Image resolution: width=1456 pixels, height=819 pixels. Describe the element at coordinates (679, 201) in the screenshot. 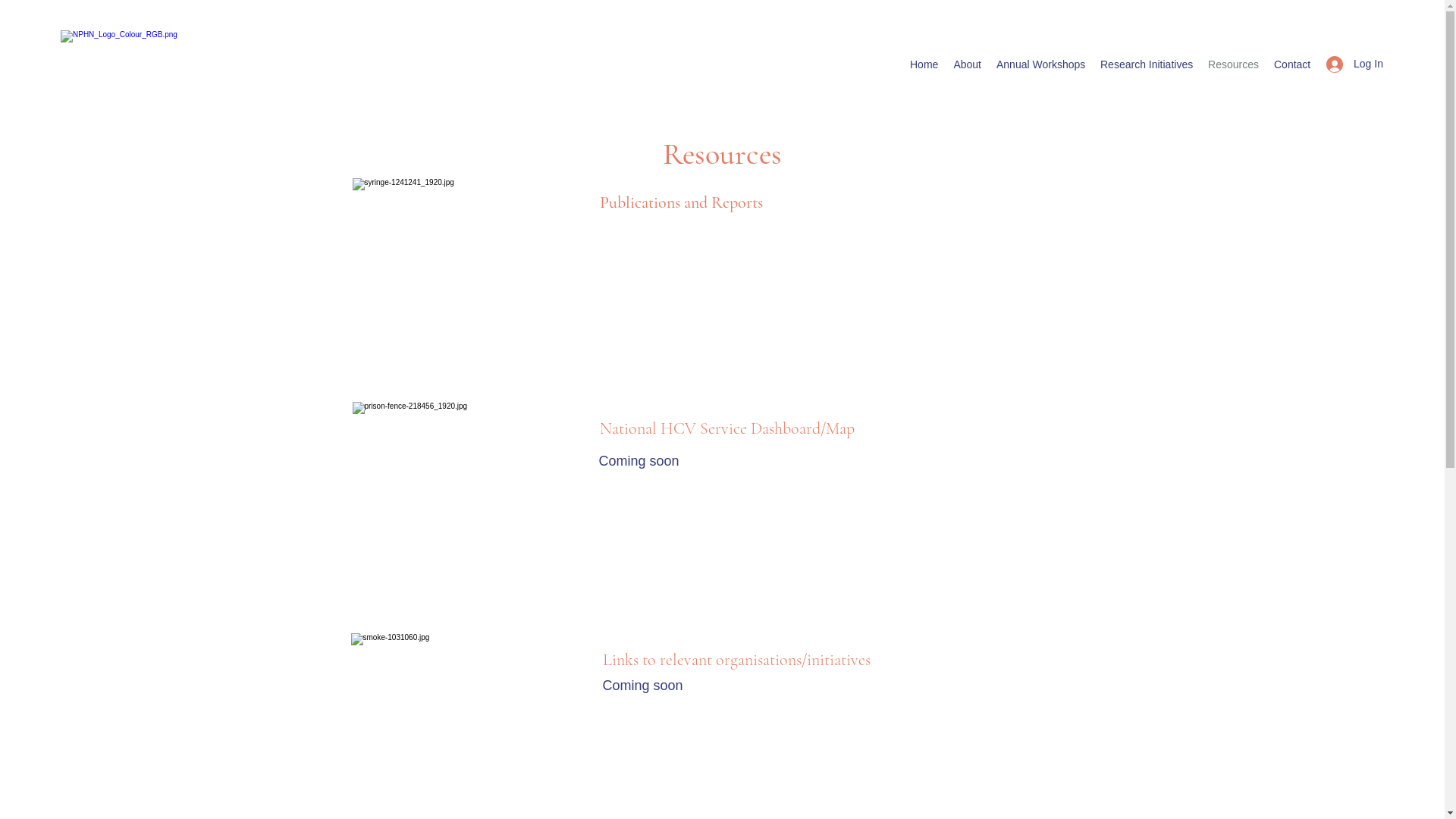

I see `'Publications and Reports'` at that location.